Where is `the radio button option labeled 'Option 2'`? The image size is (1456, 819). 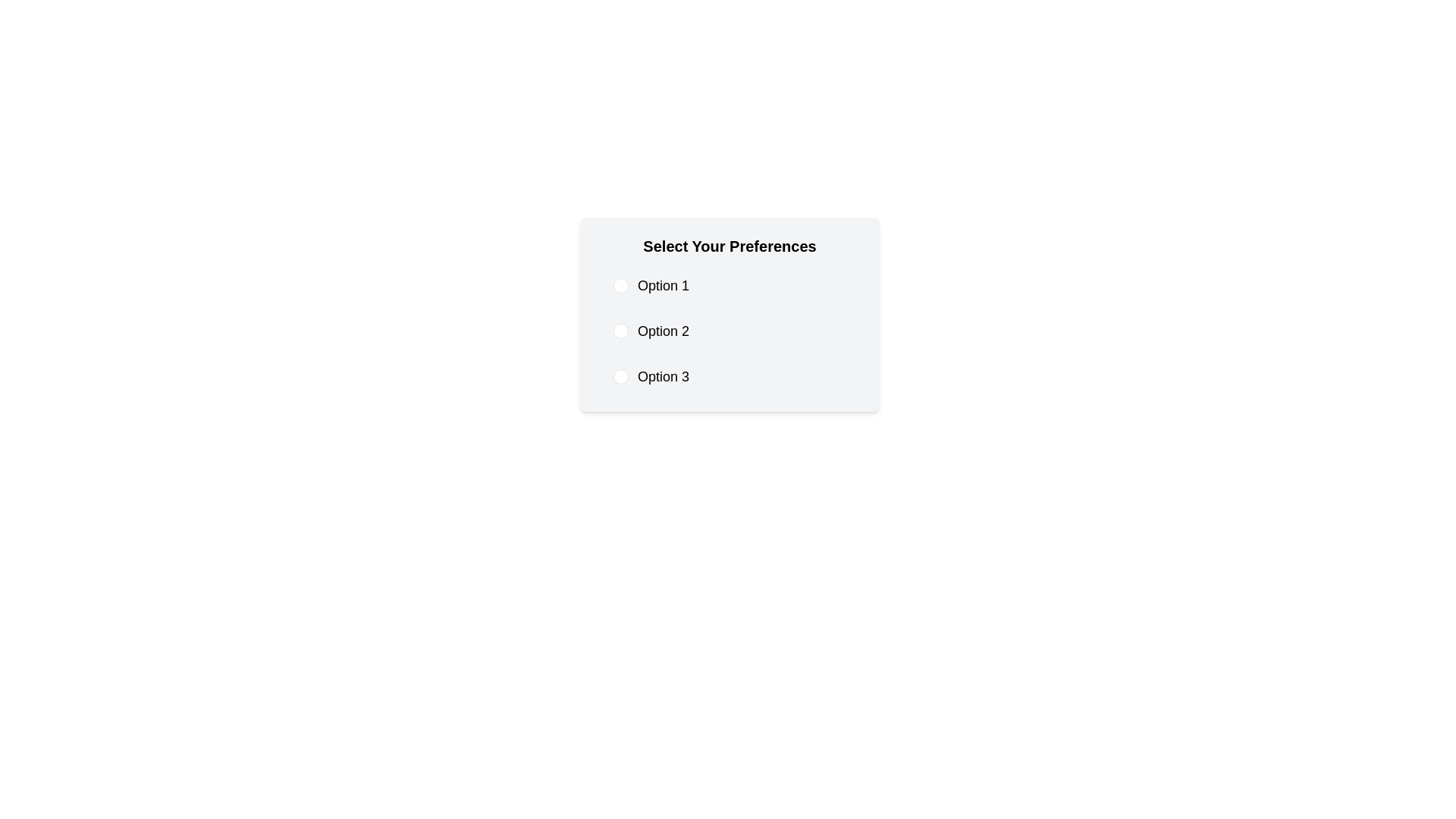
the radio button option labeled 'Option 2' is located at coordinates (730, 330).